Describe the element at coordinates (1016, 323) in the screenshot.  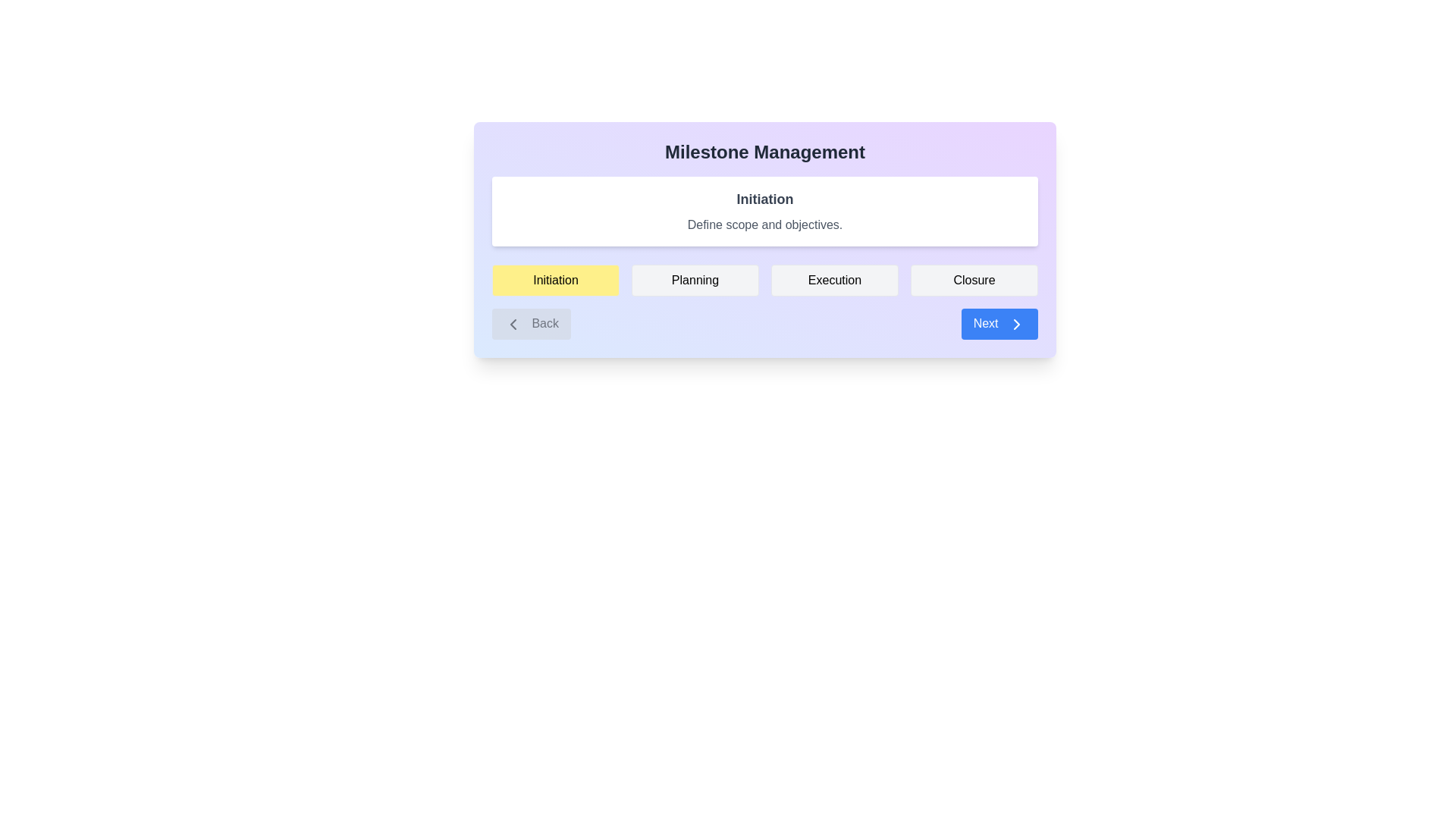
I see `the progression icon located within the 'Next' button in the bottom-right section of the interface to interact with it` at that location.